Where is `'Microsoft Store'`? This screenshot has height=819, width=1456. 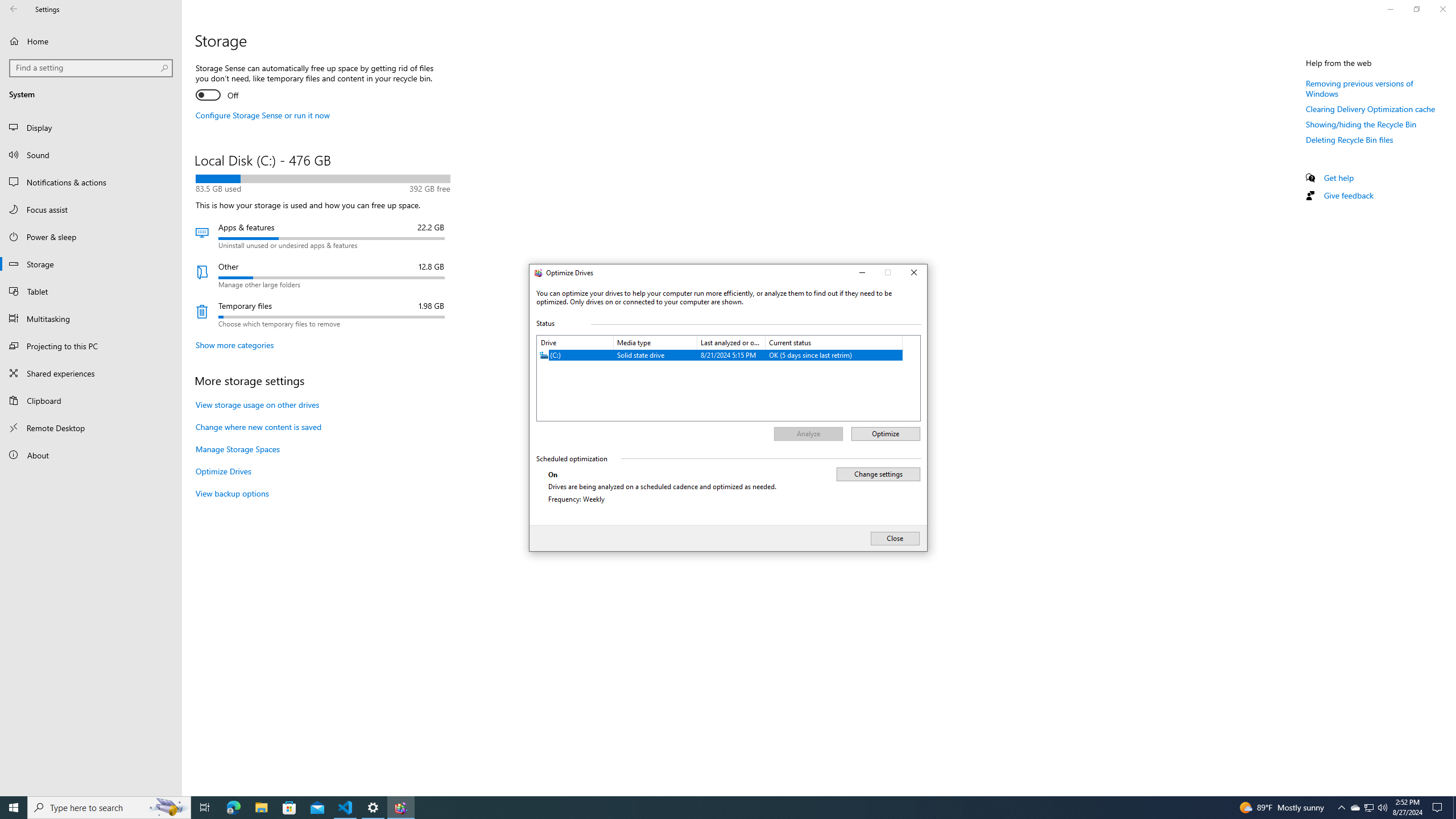 'Microsoft Store' is located at coordinates (289, 806).